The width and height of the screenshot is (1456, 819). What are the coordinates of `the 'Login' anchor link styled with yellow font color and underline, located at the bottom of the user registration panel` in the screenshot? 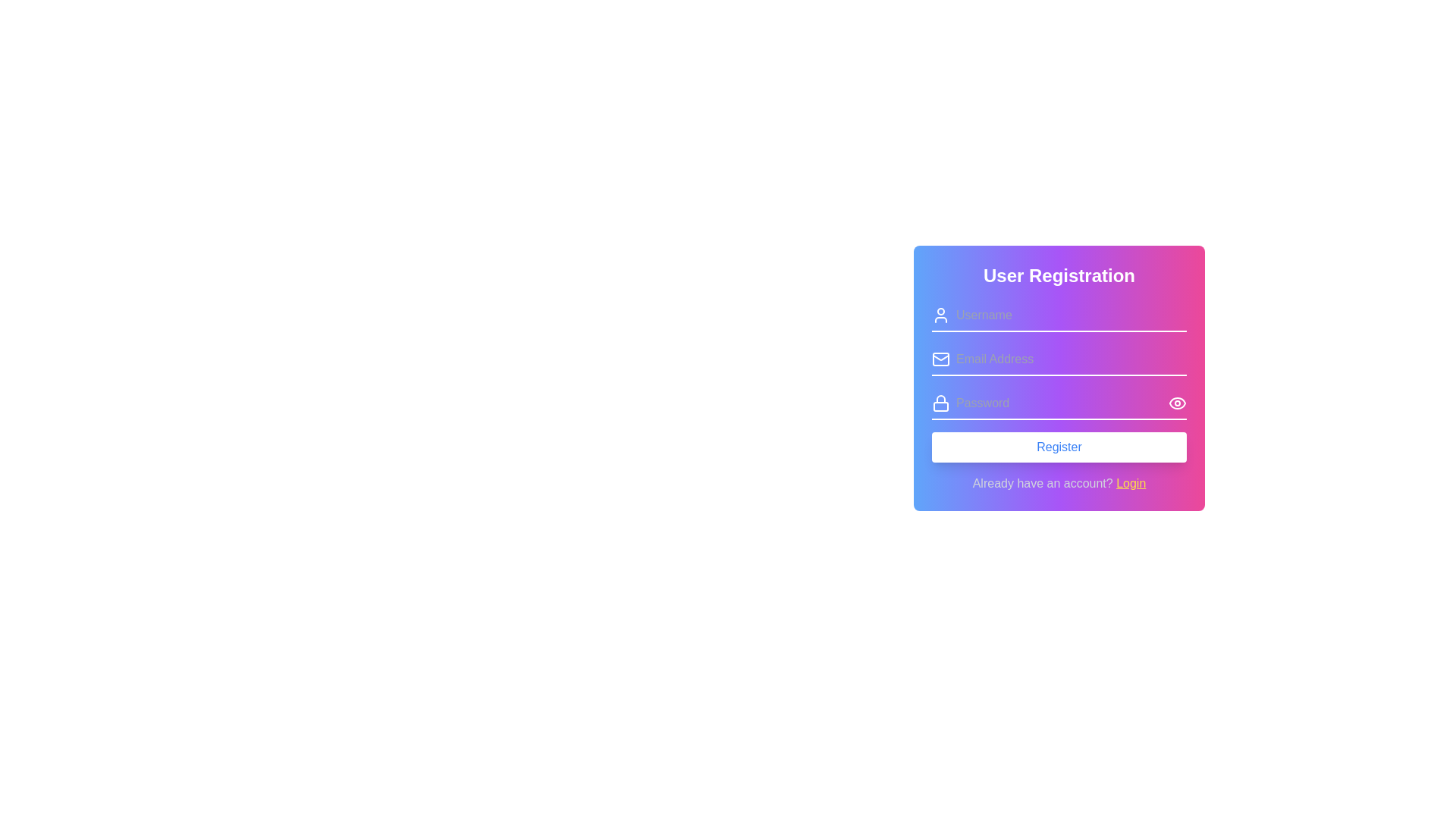 It's located at (1131, 483).